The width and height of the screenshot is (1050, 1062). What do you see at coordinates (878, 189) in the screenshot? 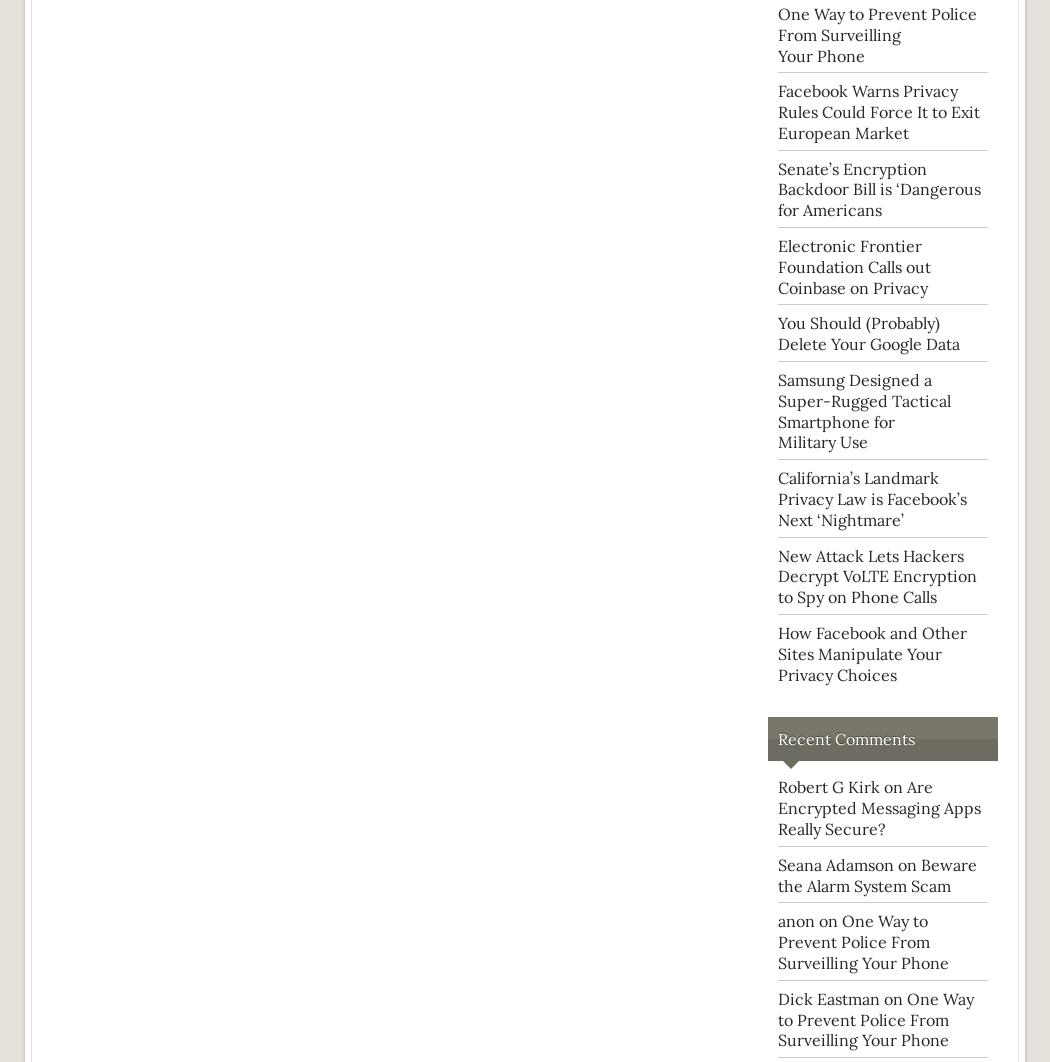
I see `'Senate’s Encryption Backdoor Bill is ‘Dangerous for Americans'` at bounding box center [878, 189].